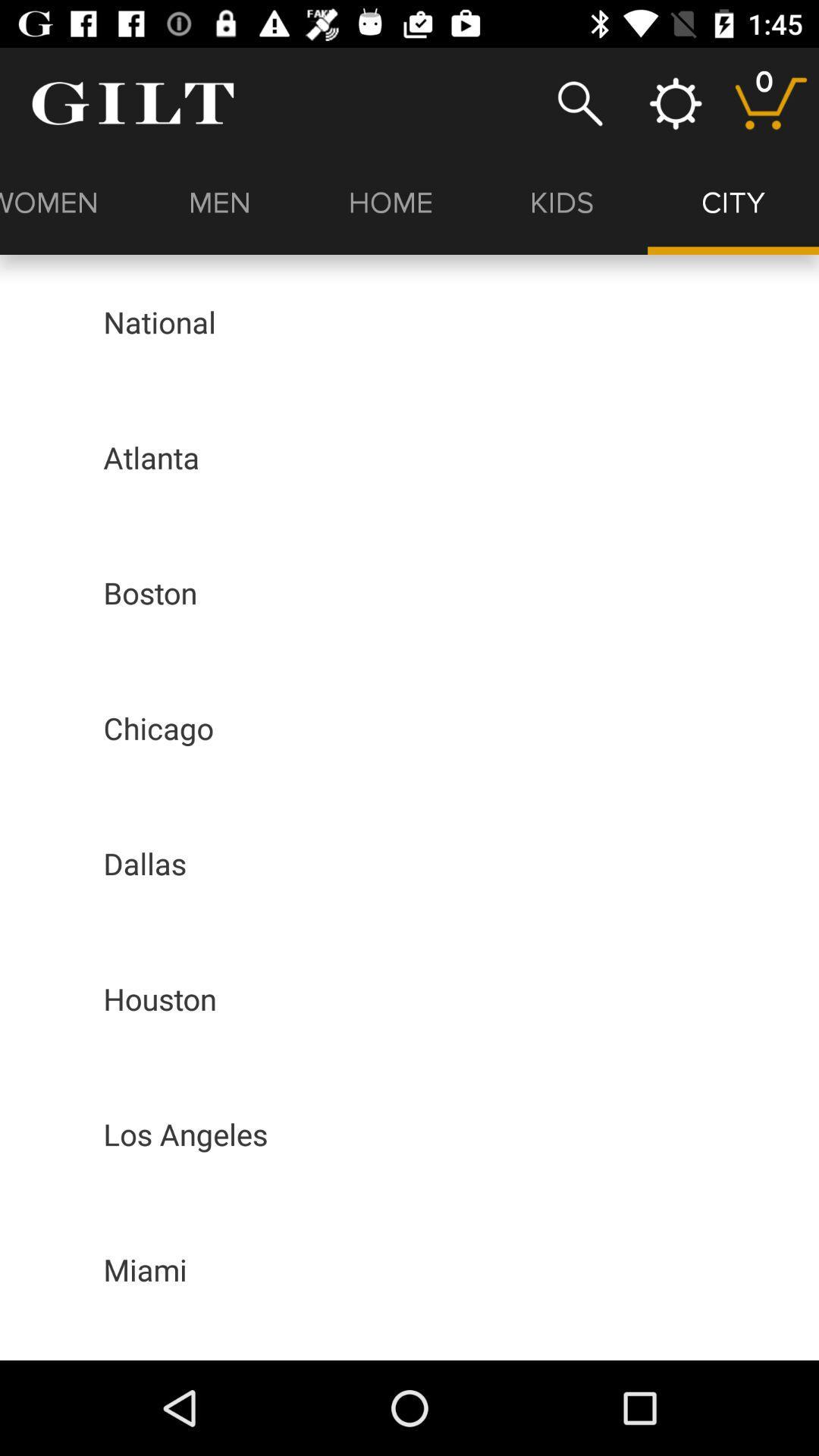 The height and width of the screenshot is (1456, 819). Describe the element at coordinates (158, 728) in the screenshot. I see `the chicago icon` at that location.